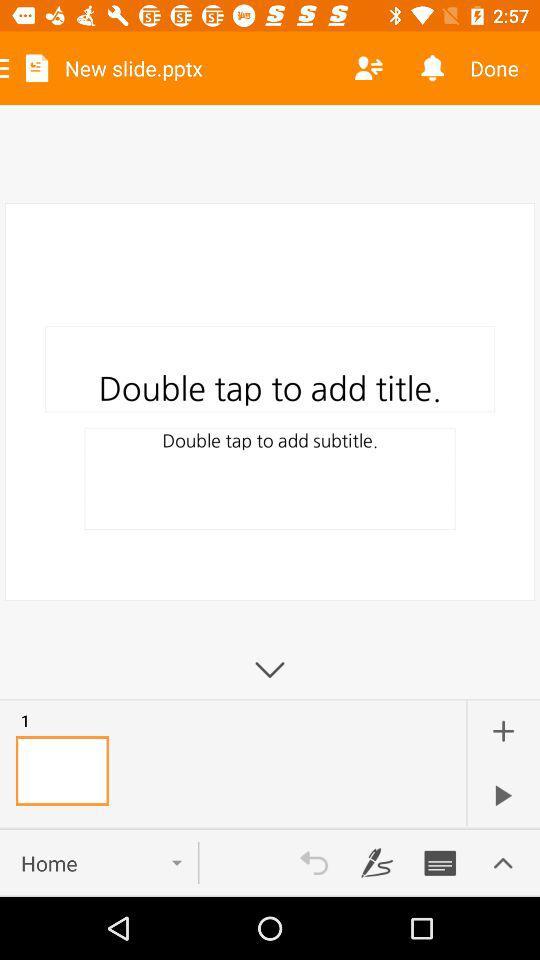 The width and height of the screenshot is (540, 960). I want to click on the undo icon, so click(314, 862).